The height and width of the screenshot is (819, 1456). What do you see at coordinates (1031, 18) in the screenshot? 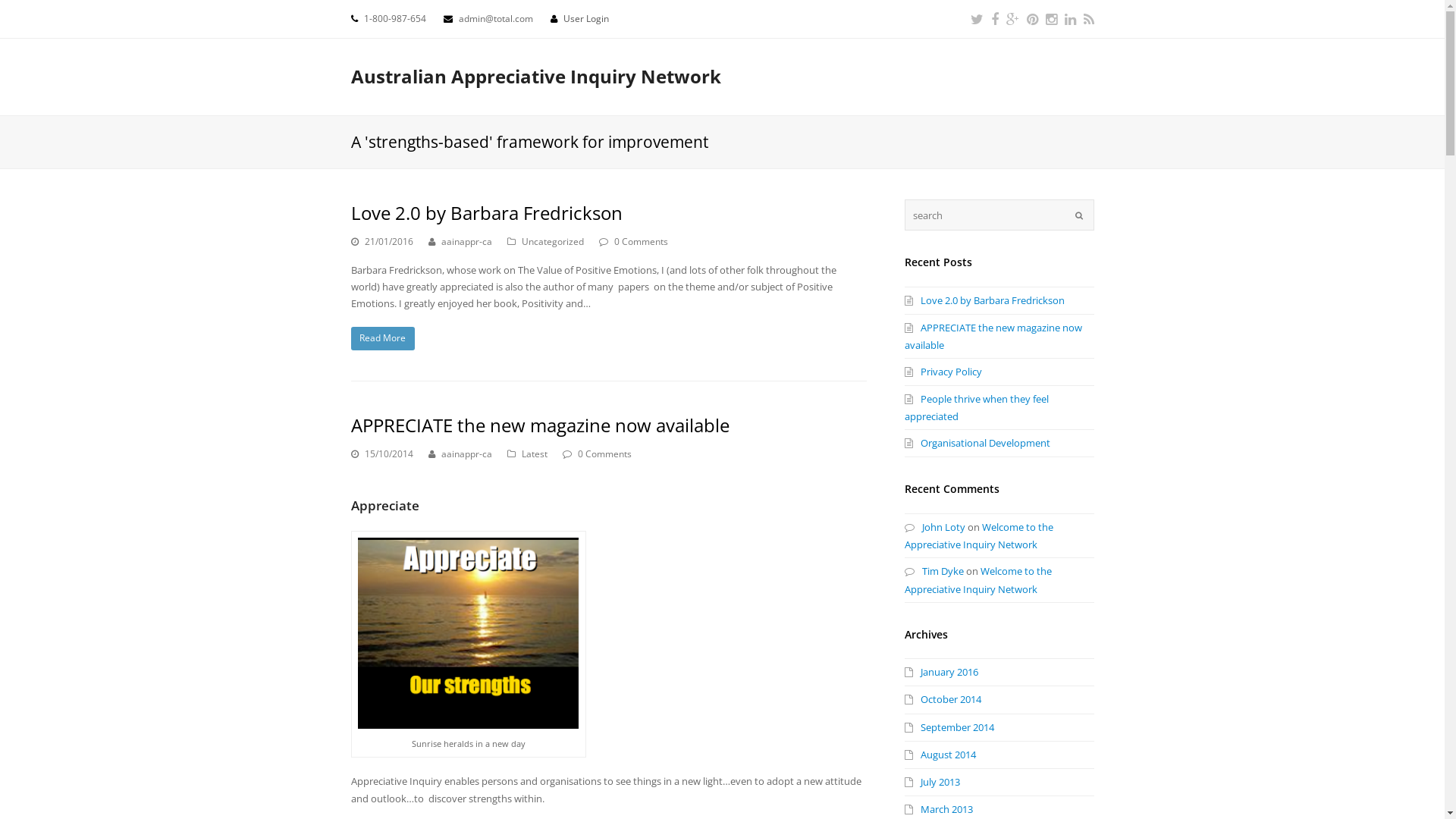
I see `'Pinterest'` at bounding box center [1031, 18].